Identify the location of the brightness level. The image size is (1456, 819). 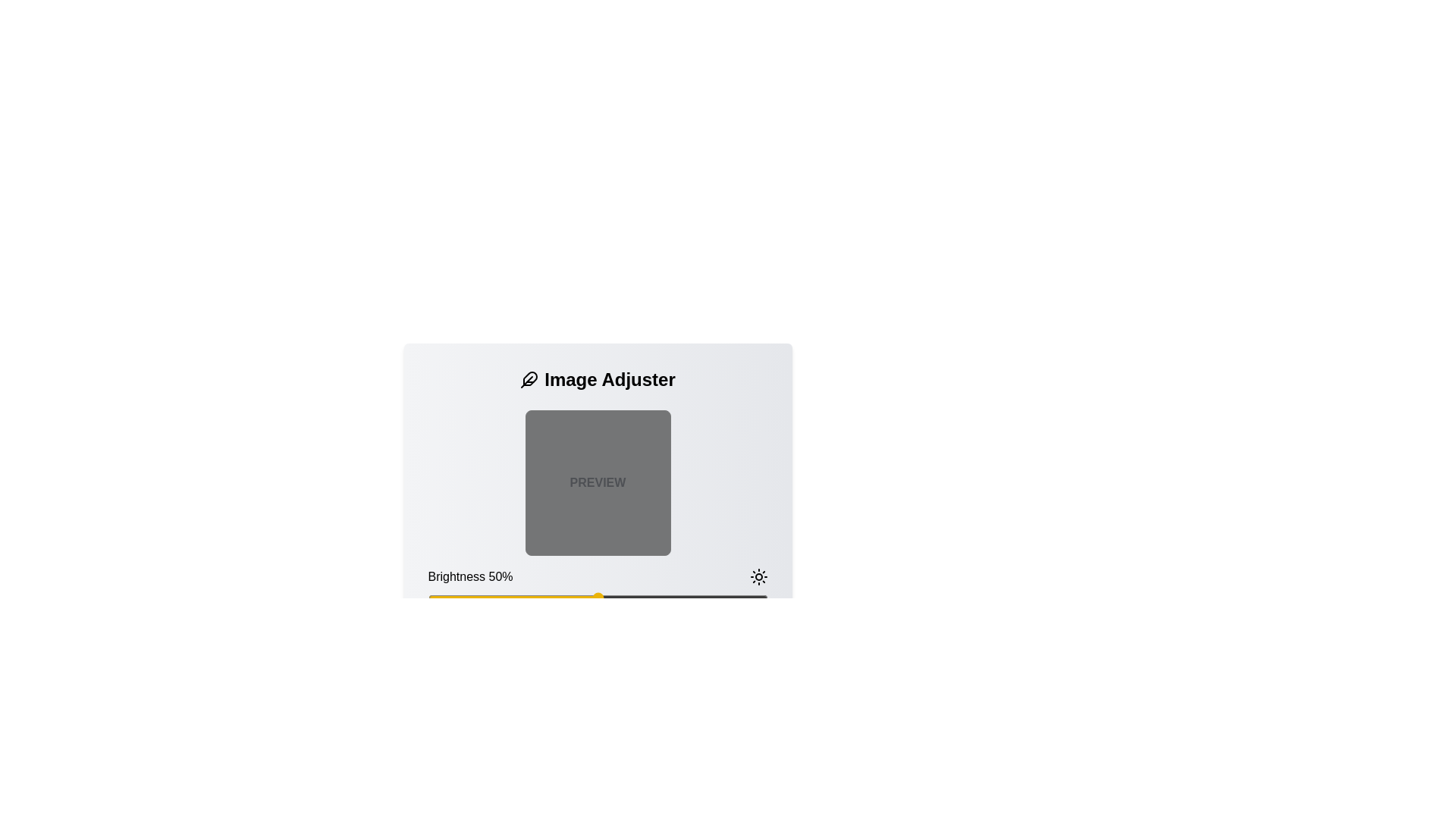
(716, 598).